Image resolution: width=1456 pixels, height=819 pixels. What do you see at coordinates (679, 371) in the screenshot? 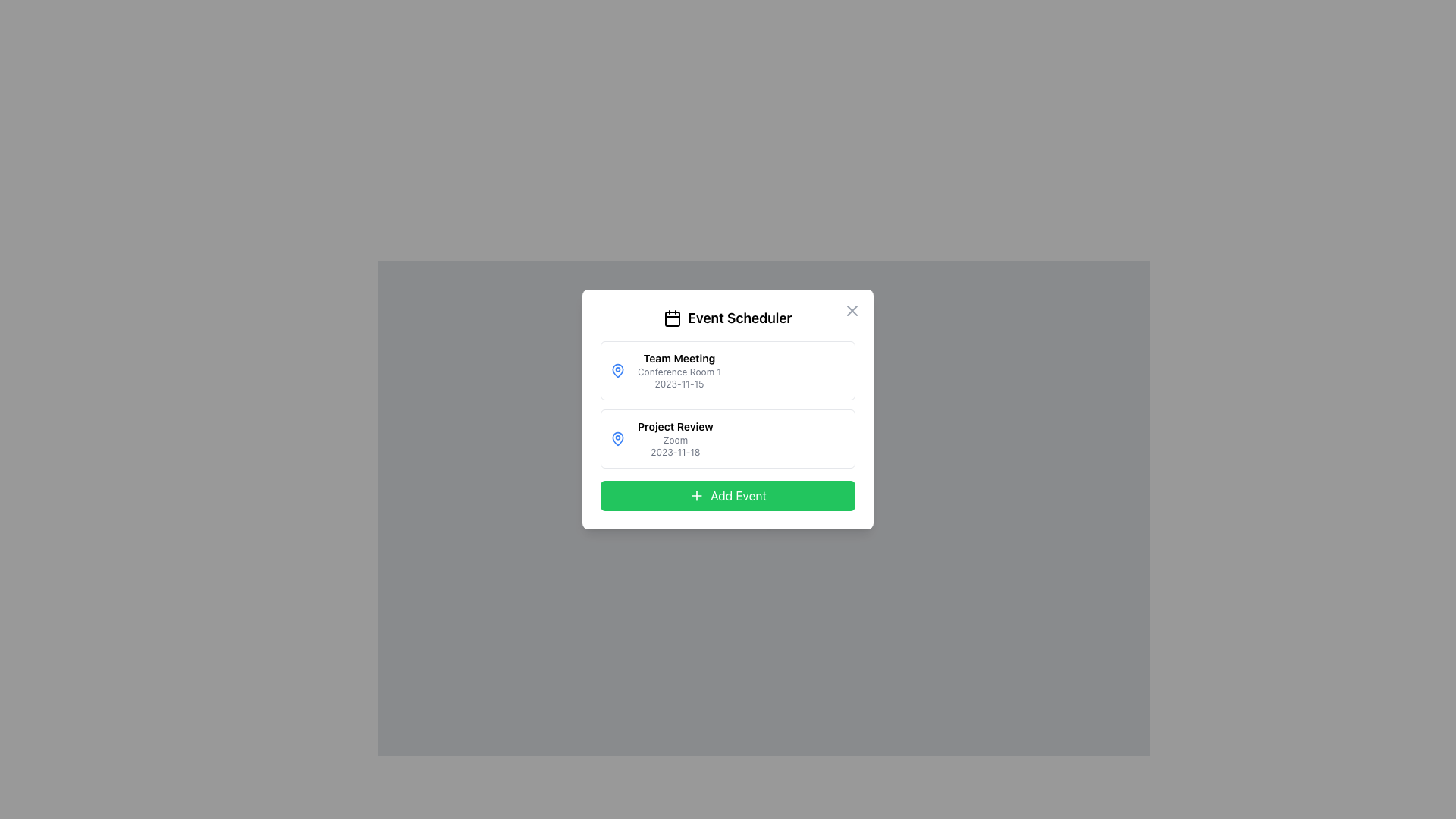
I see `the 'Team Meeting' text label element, which displays the title, subtitle, and date aligned vertically to the left within the 'Event Scheduler' interface` at bounding box center [679, 371].